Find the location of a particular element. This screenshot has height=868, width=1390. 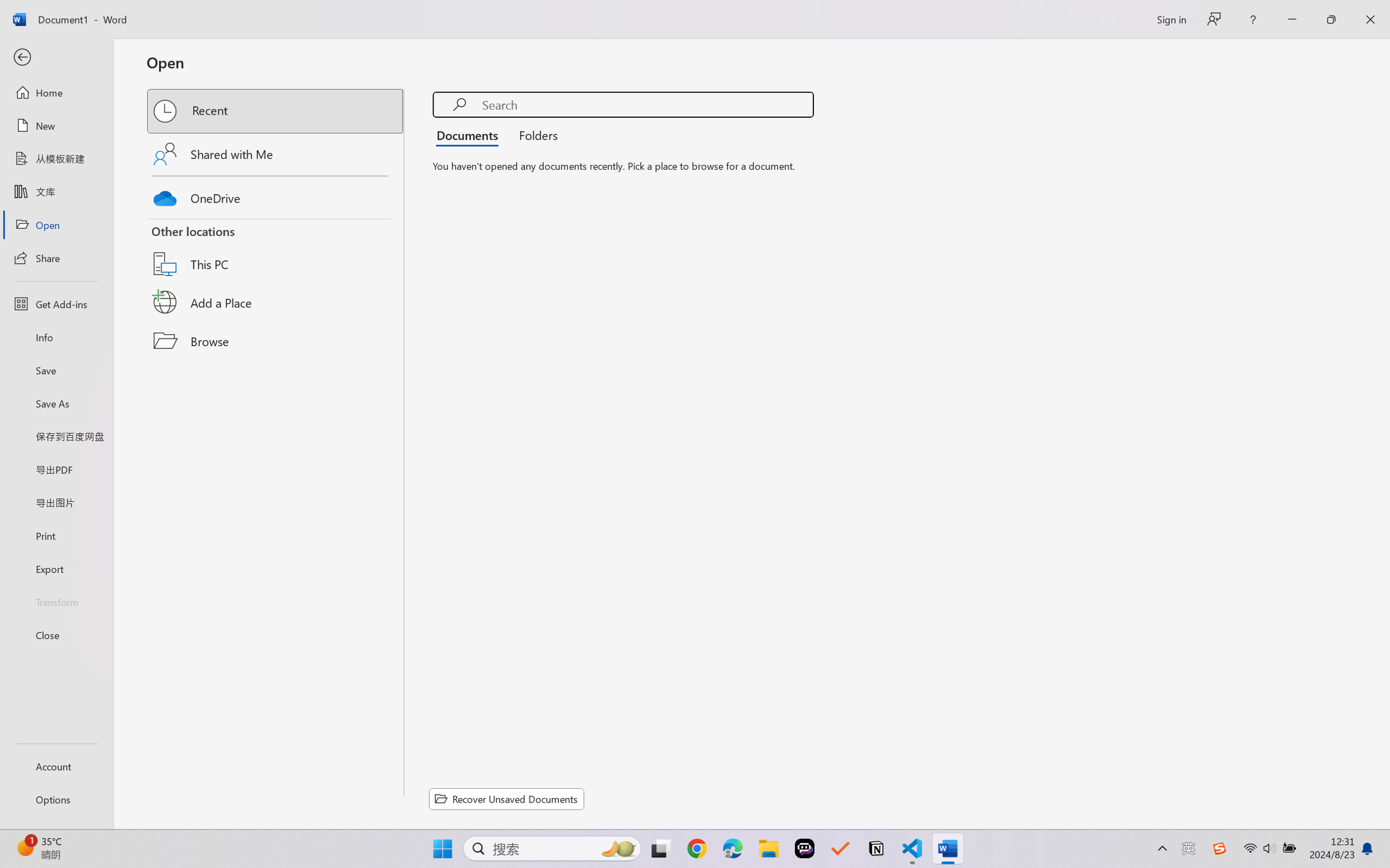

'Documents' is located at coordinates (470, 134).